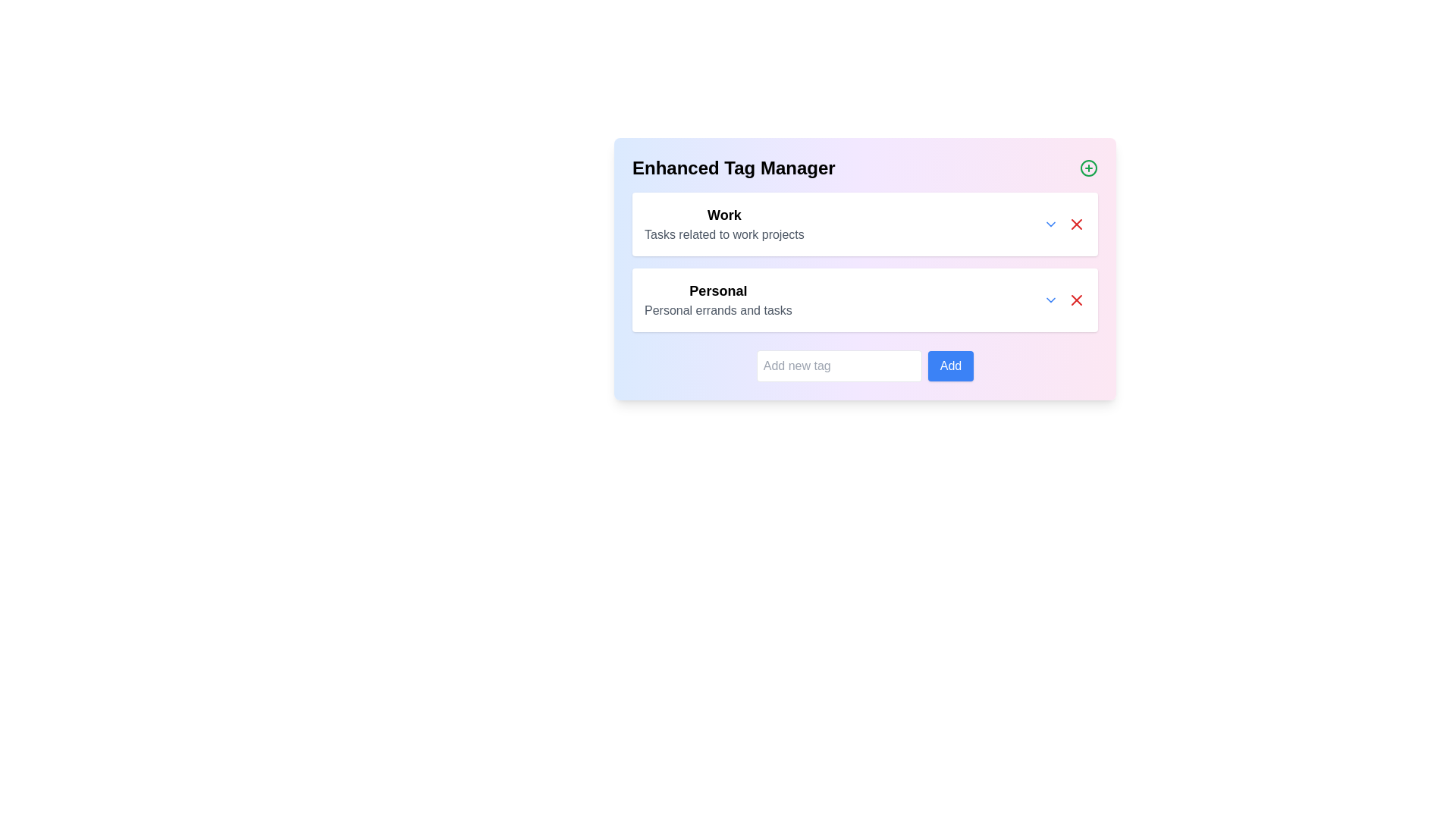  Describe the element at coordinates (1076, 300) in the screenshot. I see `the second stroke of the 'X' icon, which is part of the close button for the 'Personal' tag located at the far right of the tag box` at that location.